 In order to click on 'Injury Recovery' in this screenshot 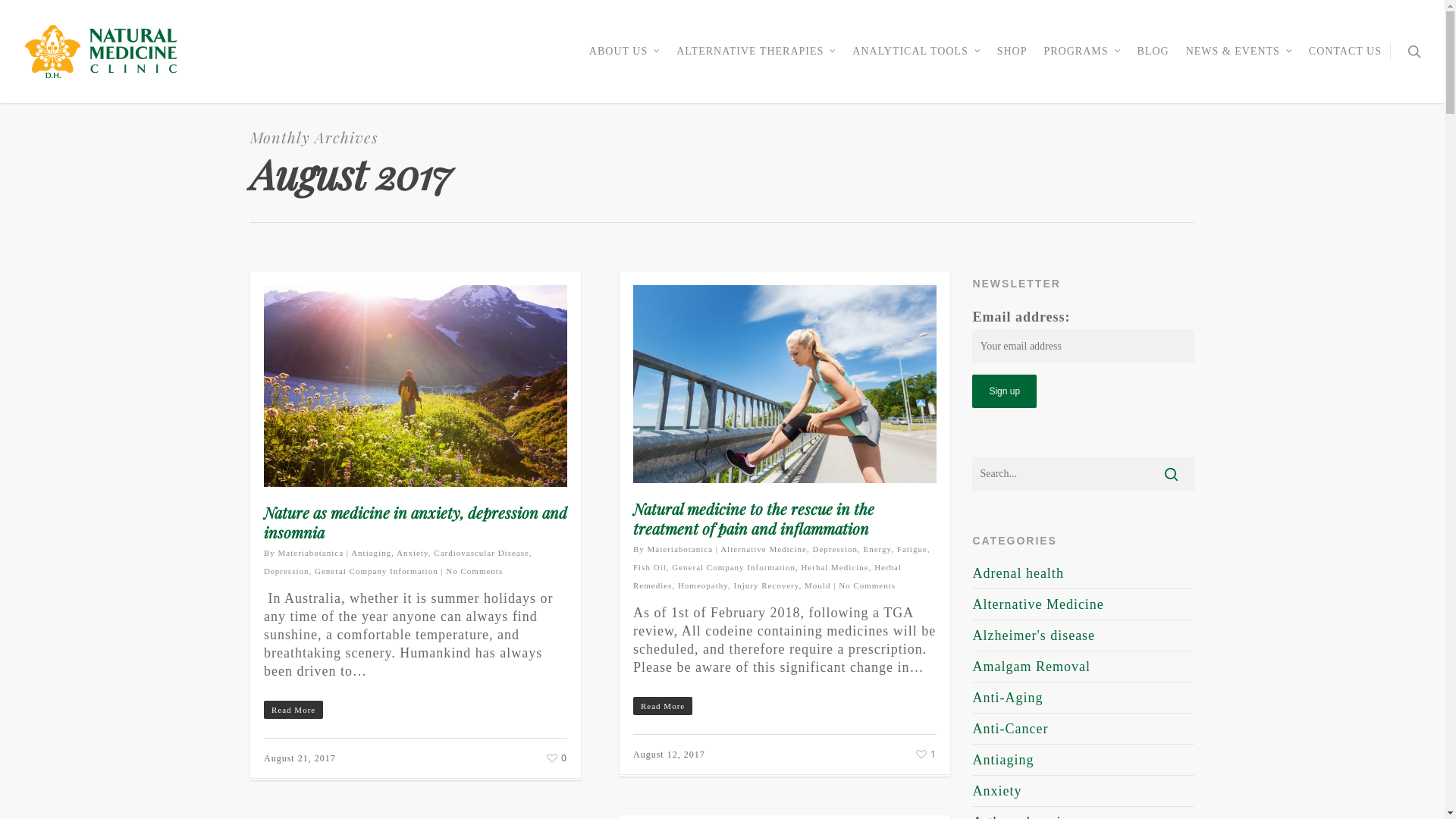, I will do `click(767, 584)`.